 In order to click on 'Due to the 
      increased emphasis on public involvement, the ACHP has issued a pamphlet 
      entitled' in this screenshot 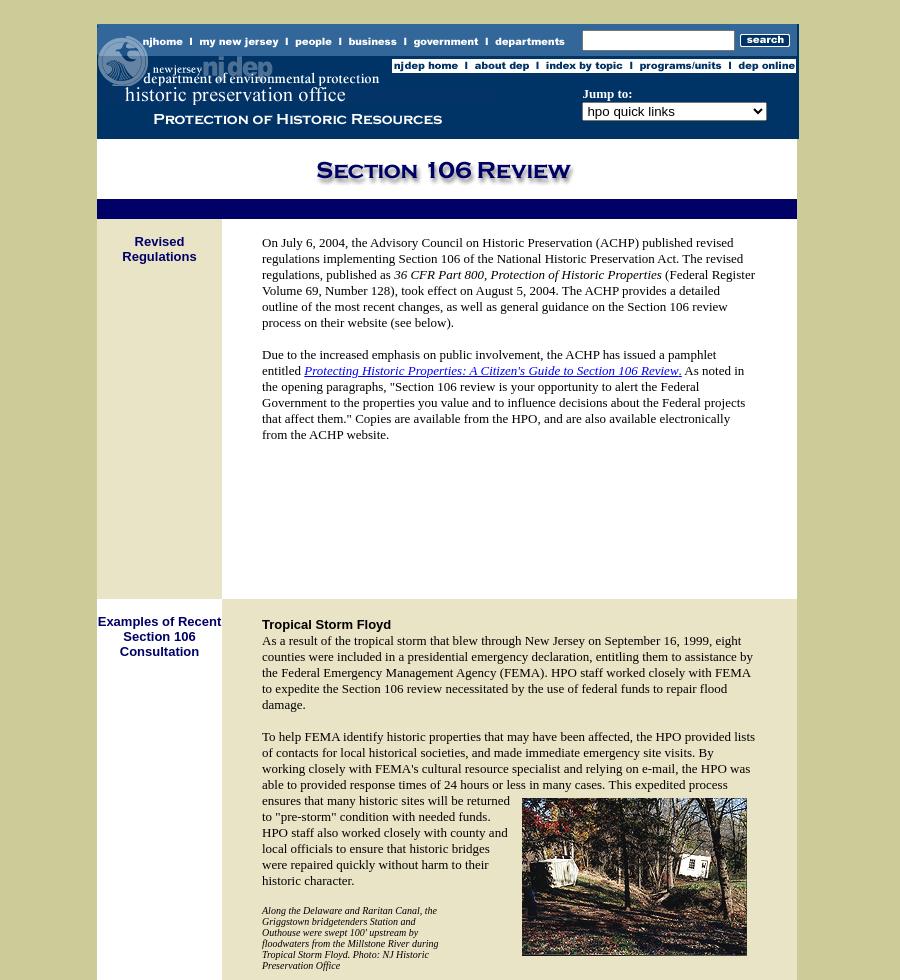, I will do `click(487, 362)`.